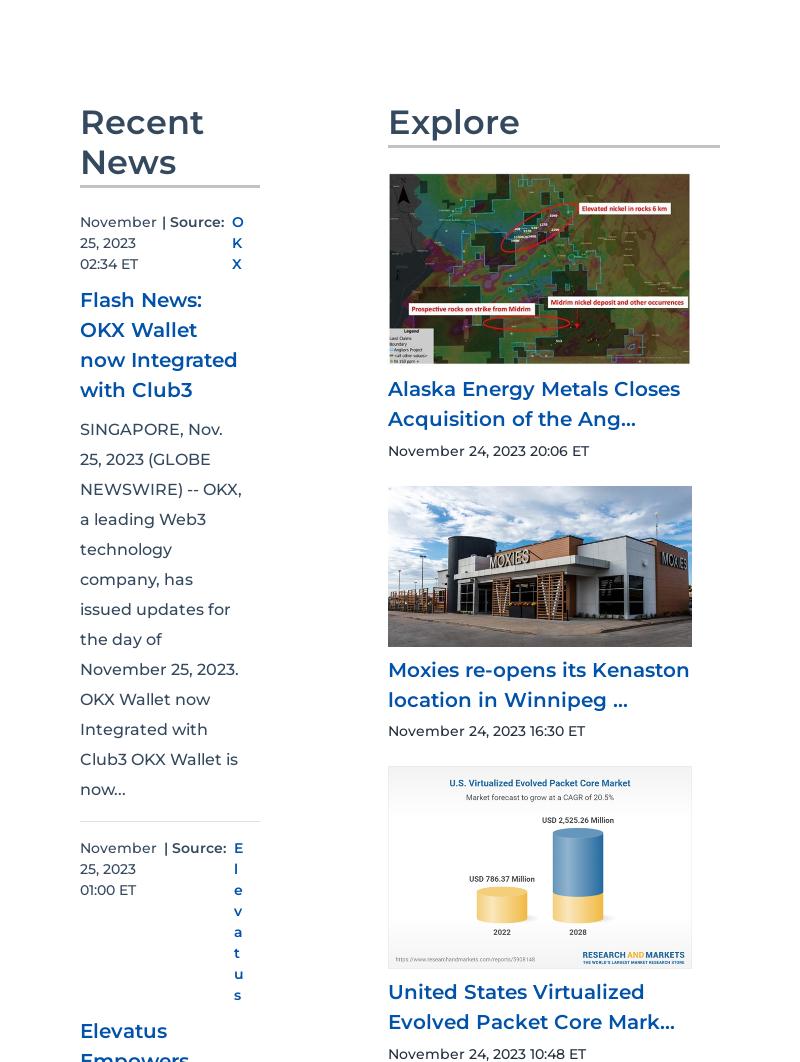 This screenshot has height=1062, width=800. What do you see at coordinates (237, 242) in the screenshot?
I see `'OKX'` at bounding box center [237, 242].